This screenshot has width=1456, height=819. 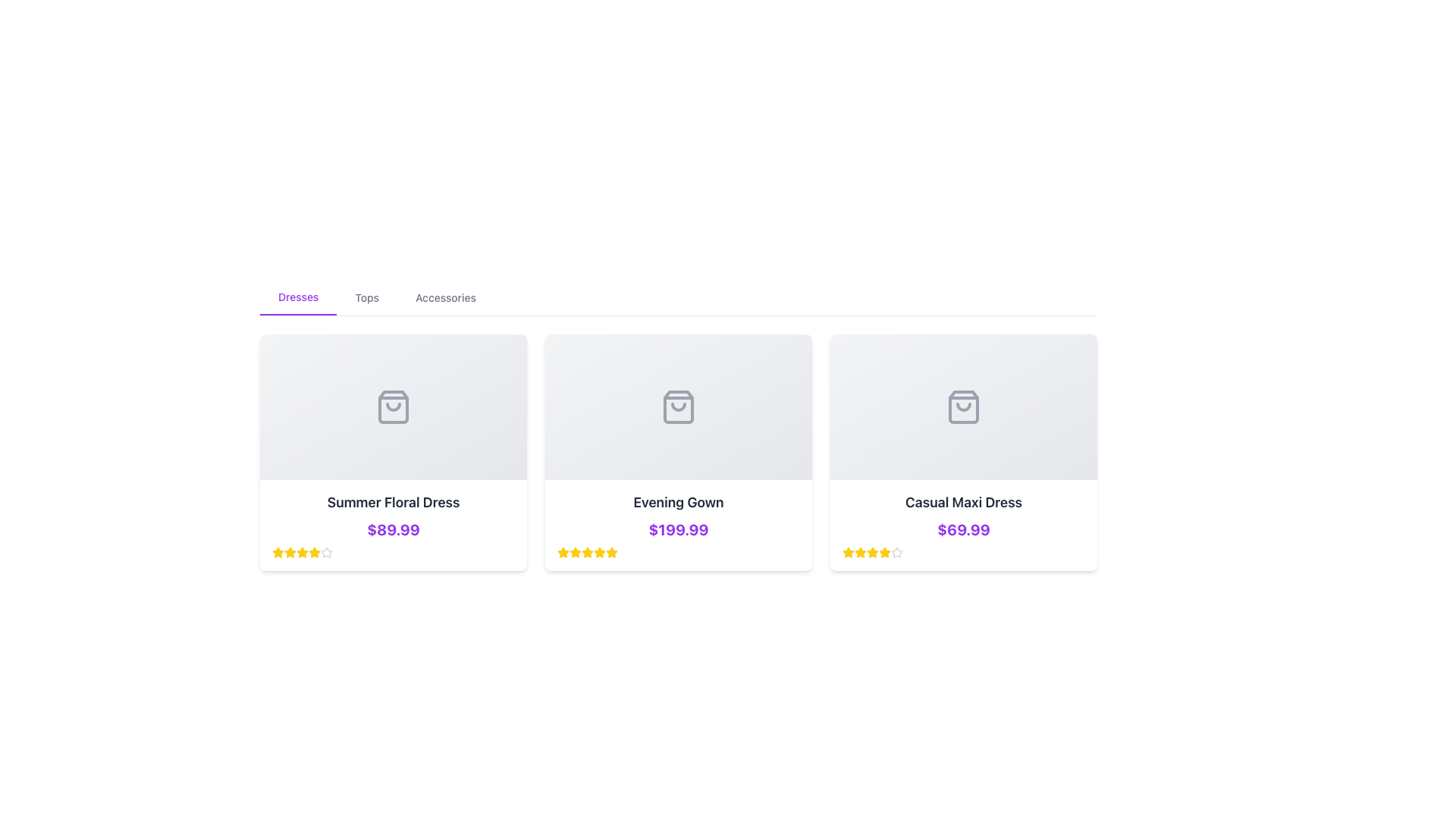 I want to click on the first star in the multi-star rating system for the 'Summer Floral Dress' priced at '$89.99', so click(x=278, y=553).